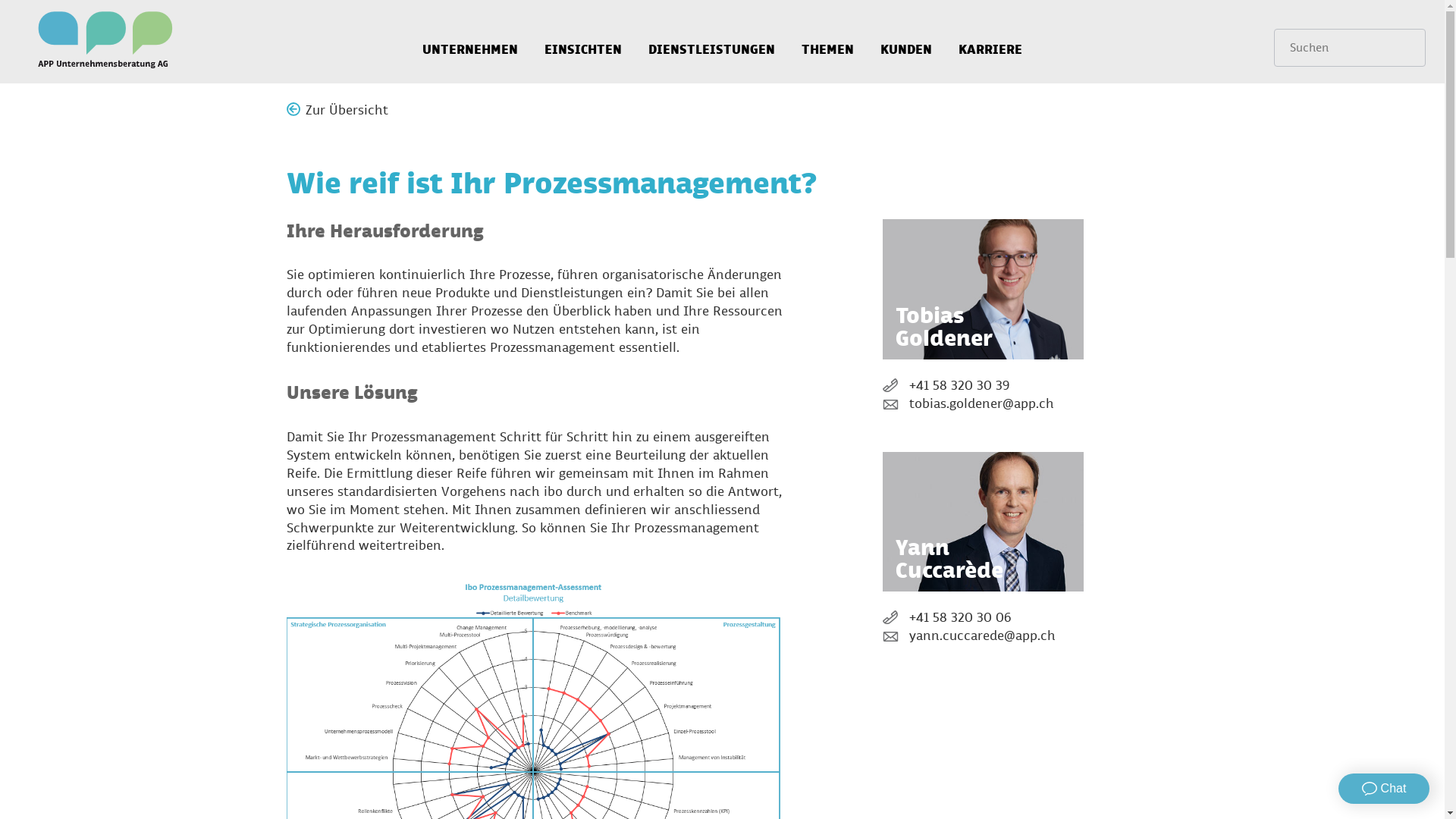 This screenshot has width=1456, height=819. I want to click on 'UNTERNEHMEN', so click(469, 40).